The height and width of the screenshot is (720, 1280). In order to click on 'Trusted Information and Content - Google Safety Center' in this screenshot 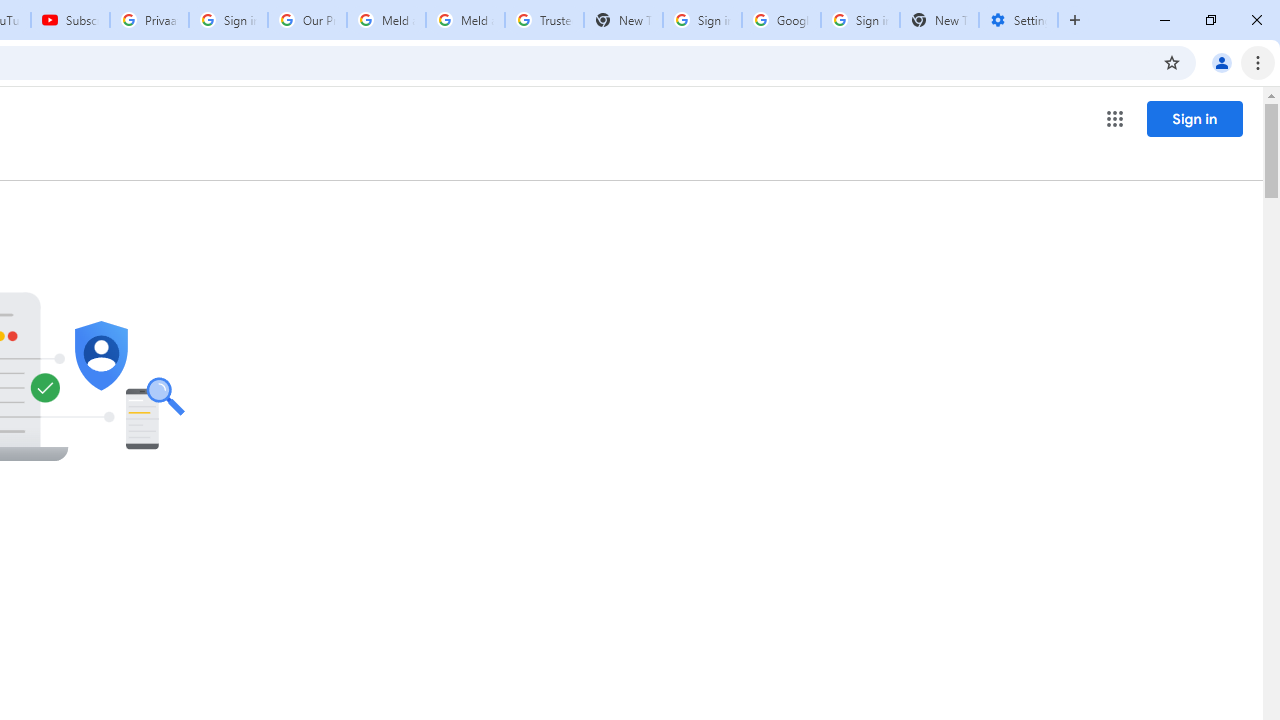, I will do `click(544, 20)`.